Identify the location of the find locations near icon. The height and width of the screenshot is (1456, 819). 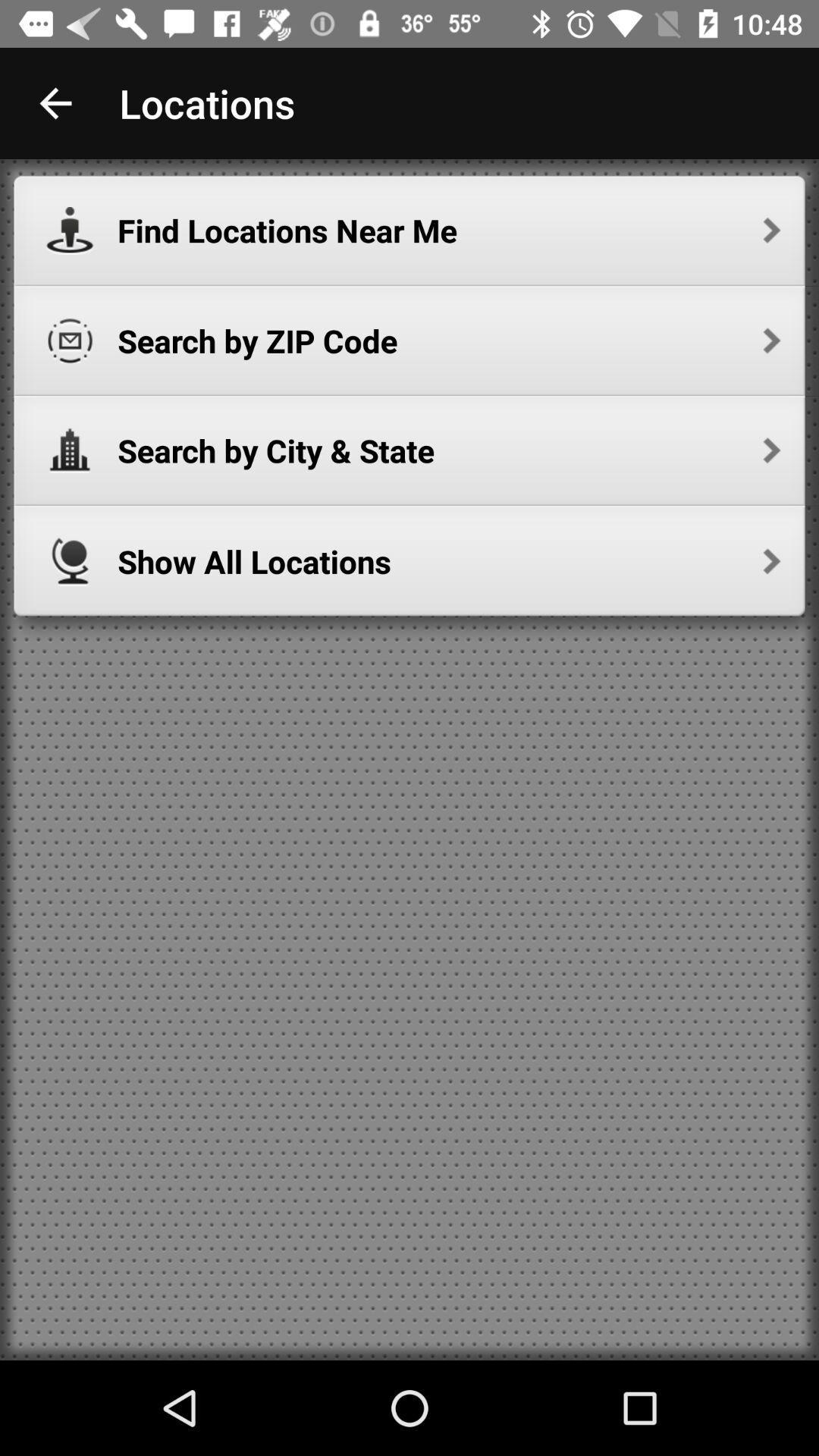
(448, 230).